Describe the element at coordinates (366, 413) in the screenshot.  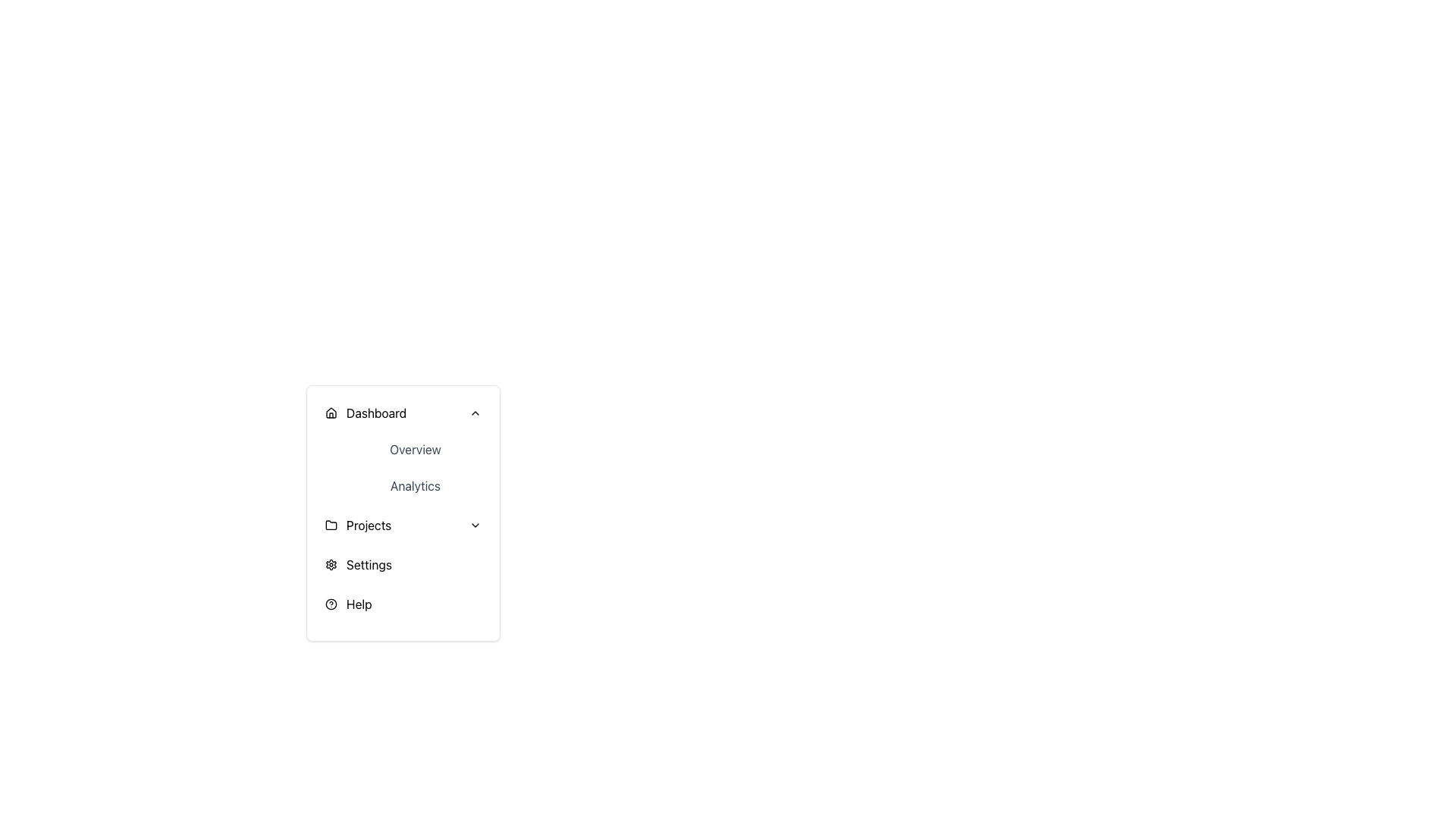
I see `the chevron icon next to the 'Dashboard' navigational menu item` at that location.